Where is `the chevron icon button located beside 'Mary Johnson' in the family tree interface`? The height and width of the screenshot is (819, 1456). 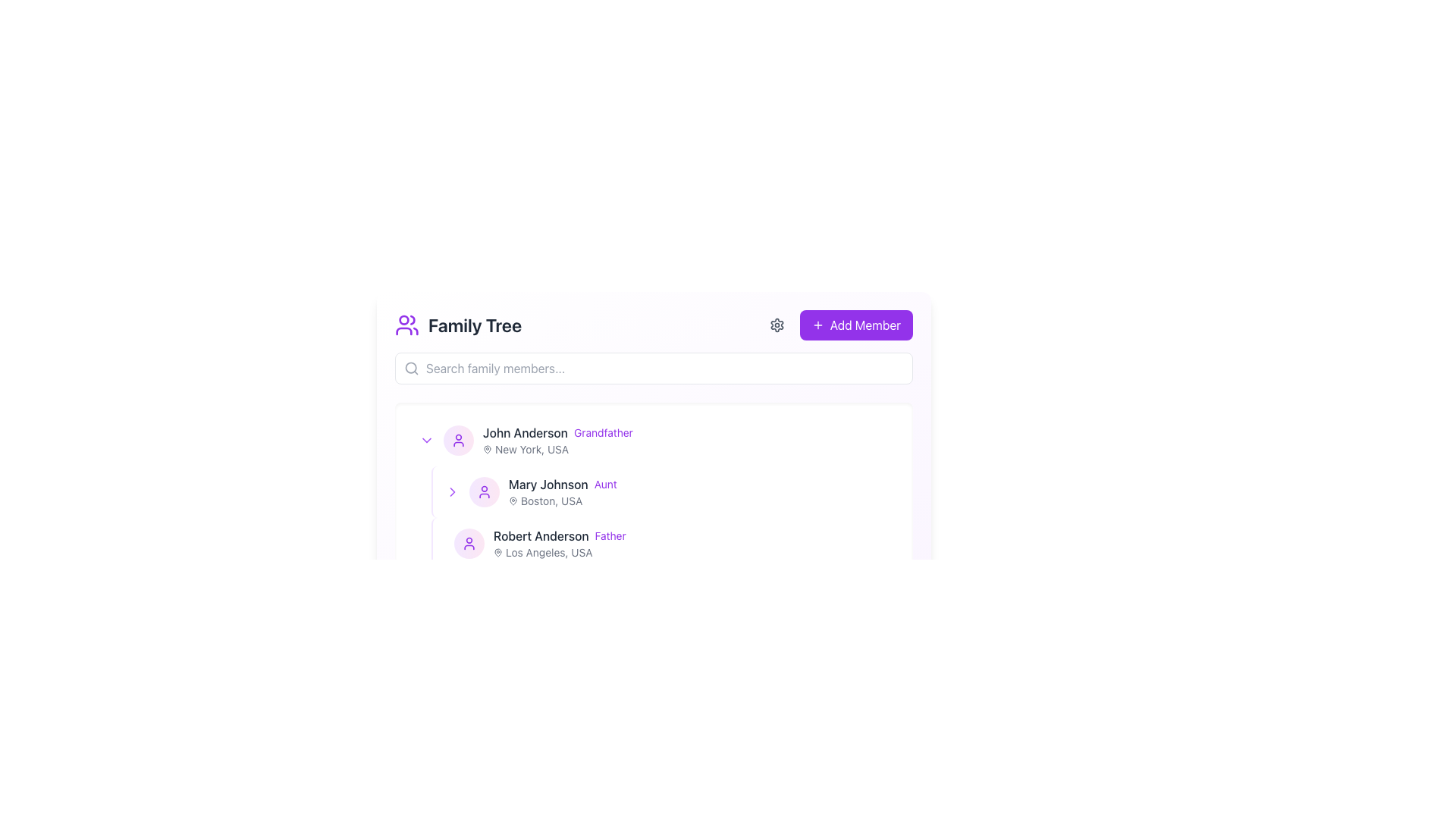 the chevron icon button located beside 'Mary Johnson' in the family tree interface is located at coordinates (451, 491).